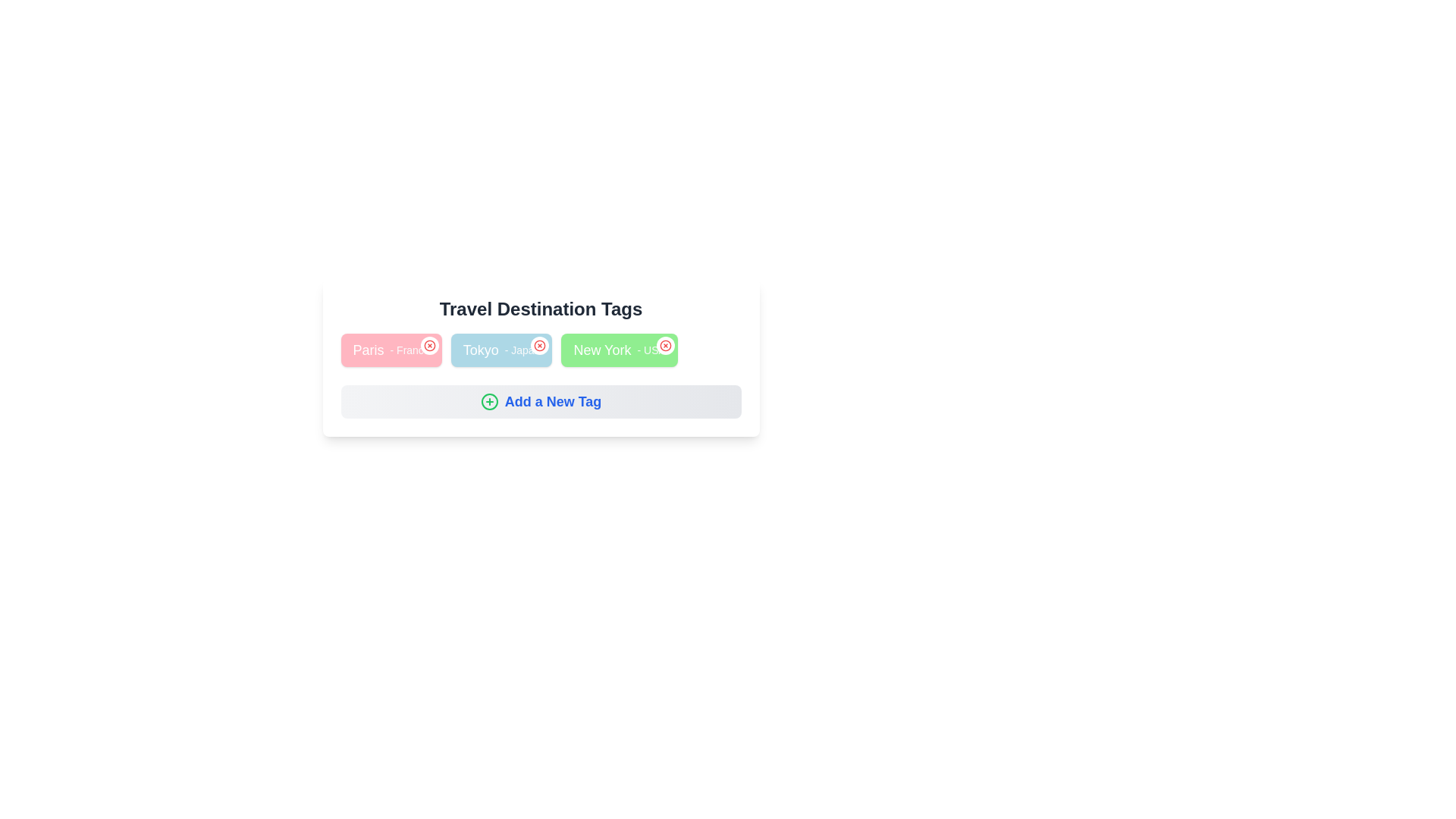 This screenshot has height=819, width=1456. I want to click on the close button of the tag labeled Tokyo- Japan, so click(540, 345).